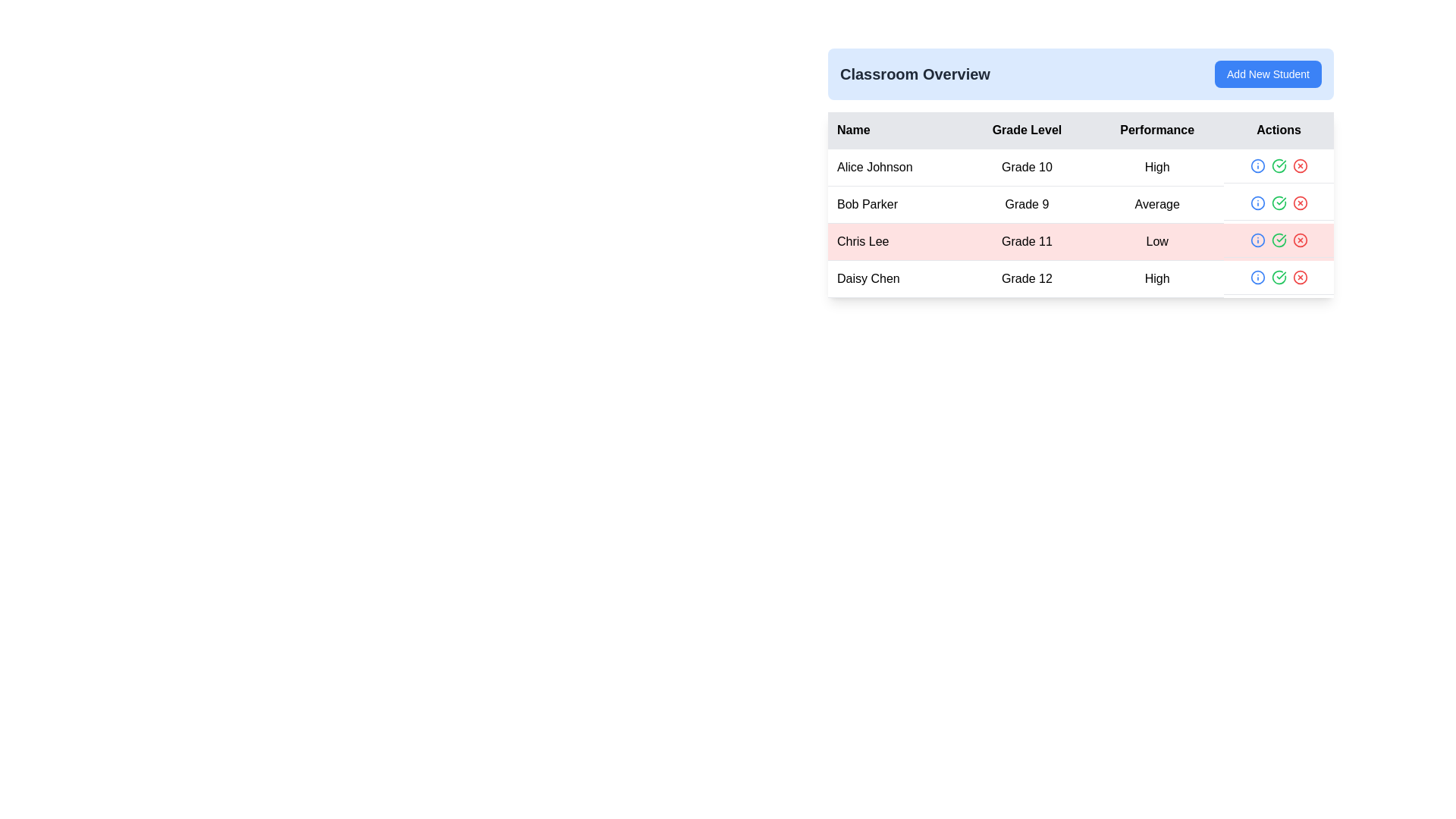 This screenshot has width=1456, height=819. What do you see at coordinates (1027, 205) in the screenshot?
I see `the Text label displaying 'Grade 9' for the individual 'Bob Parker' in the second row and second column of the table under the 'Grade Level' header` at bounding box center [1027, 205].